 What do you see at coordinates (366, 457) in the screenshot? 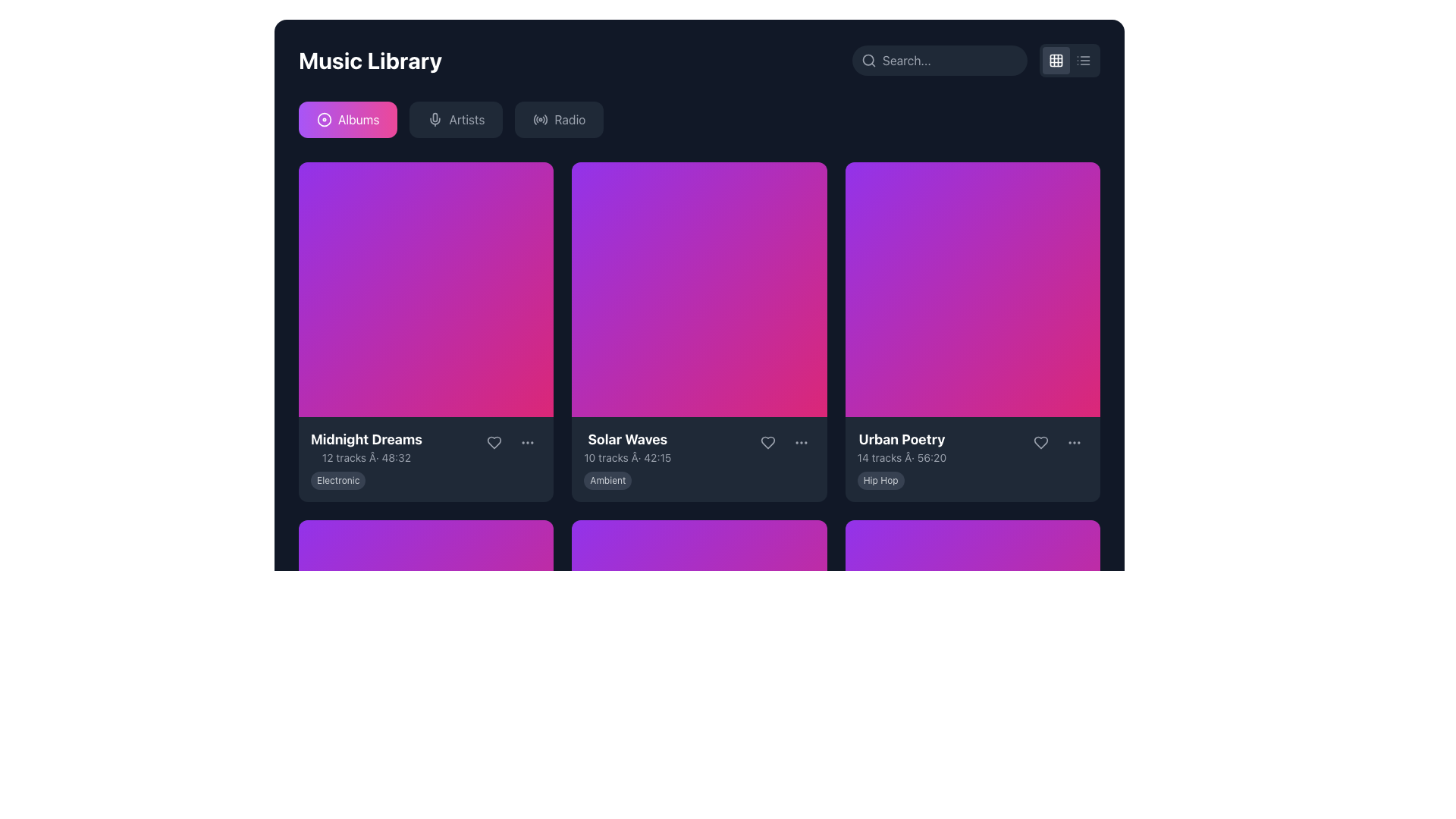
I see `the static text label displaying '12 tracks Â· 48:32' in gray font, located under the title 'Midnight Dreams' in the leftmost album card` at bounding box center [366, 457].